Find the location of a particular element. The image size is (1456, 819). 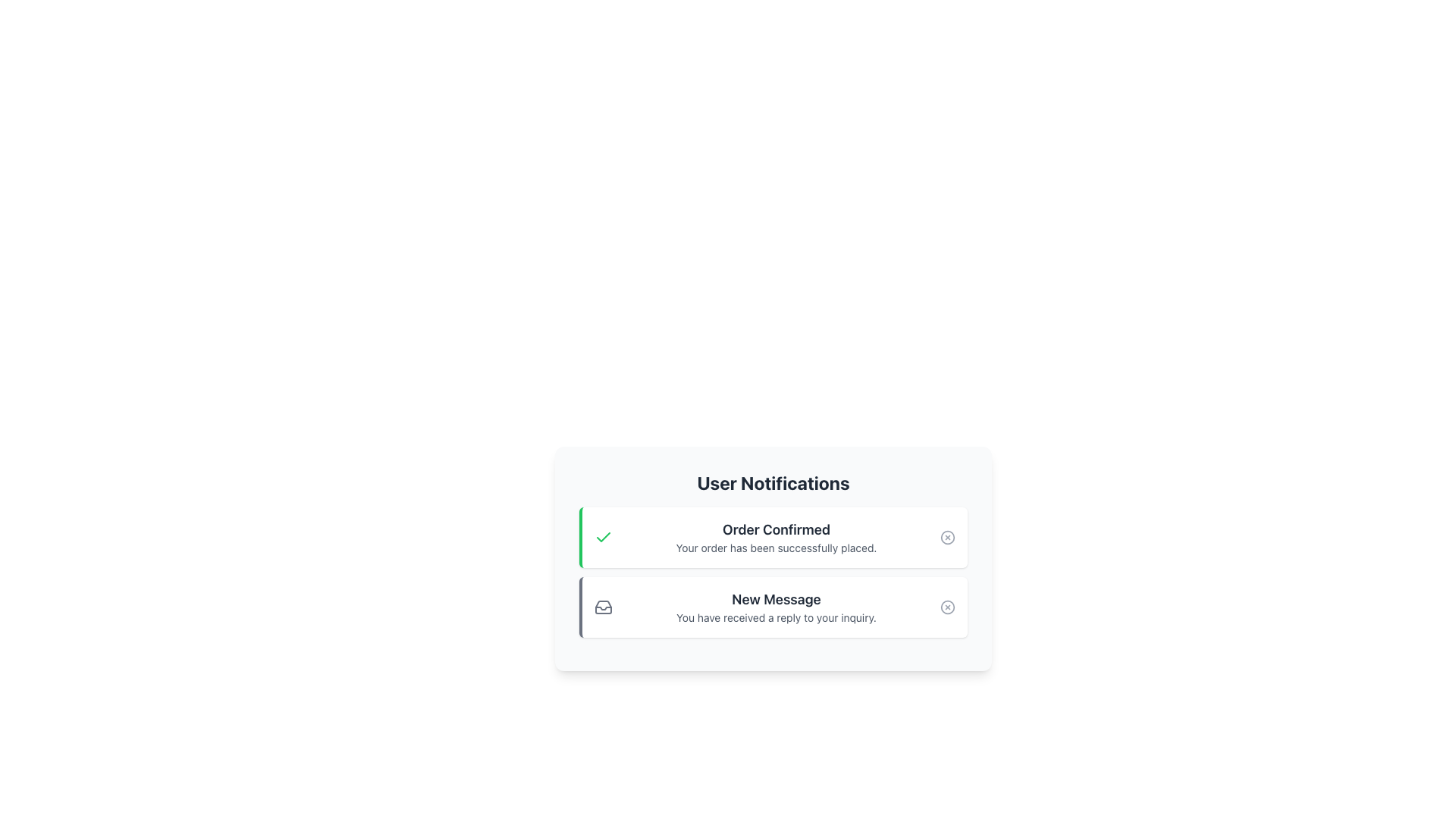

the Text Label that provides additional information related to the 'New Message' notification, positioned directly below the heading within the notification card is located at coordinates (776, 617).